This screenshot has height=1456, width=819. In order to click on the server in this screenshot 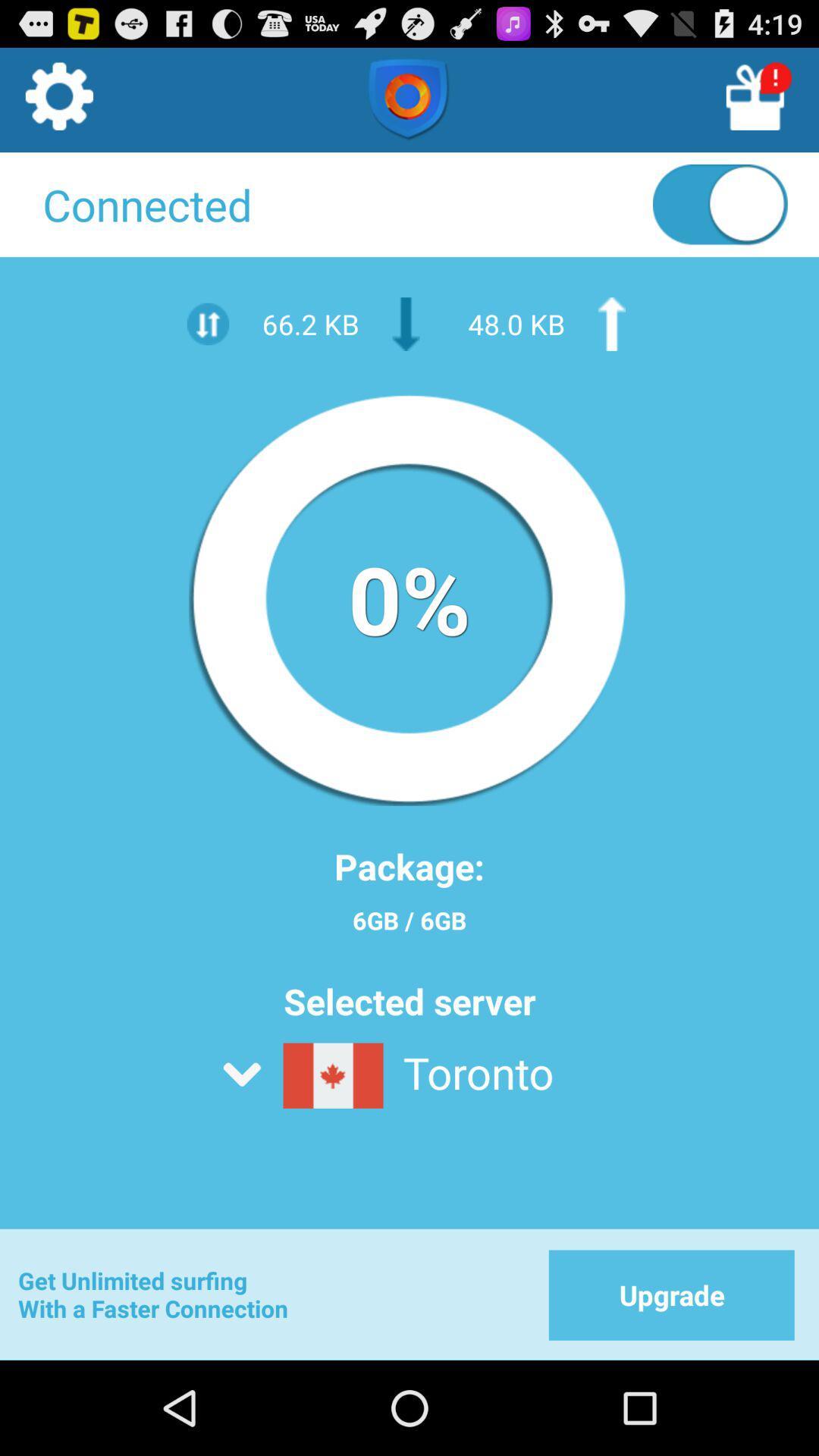, I will do `click(446, 1115)`.